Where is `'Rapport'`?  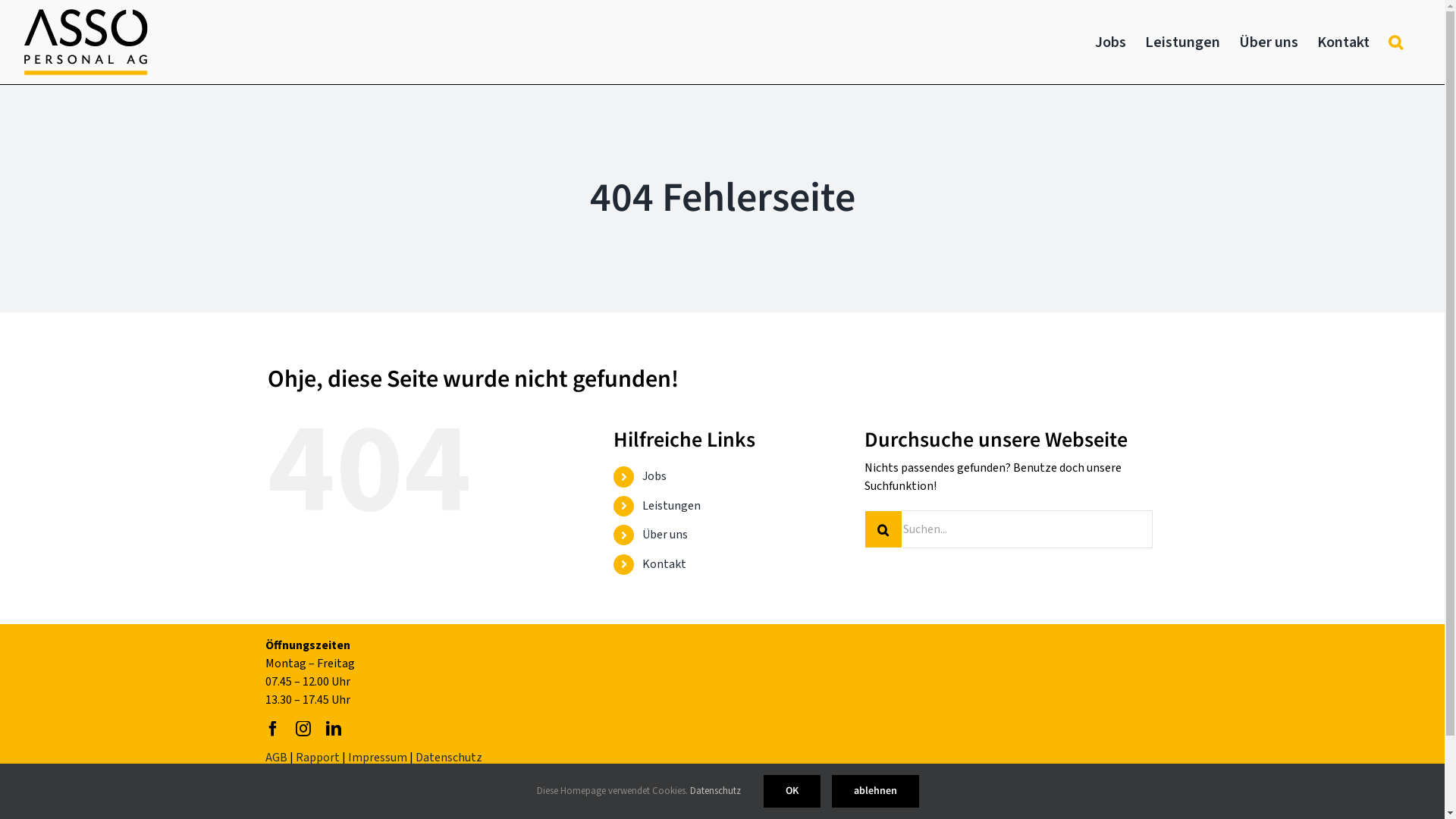 'Rapport' is located at coordinates (316, 758).